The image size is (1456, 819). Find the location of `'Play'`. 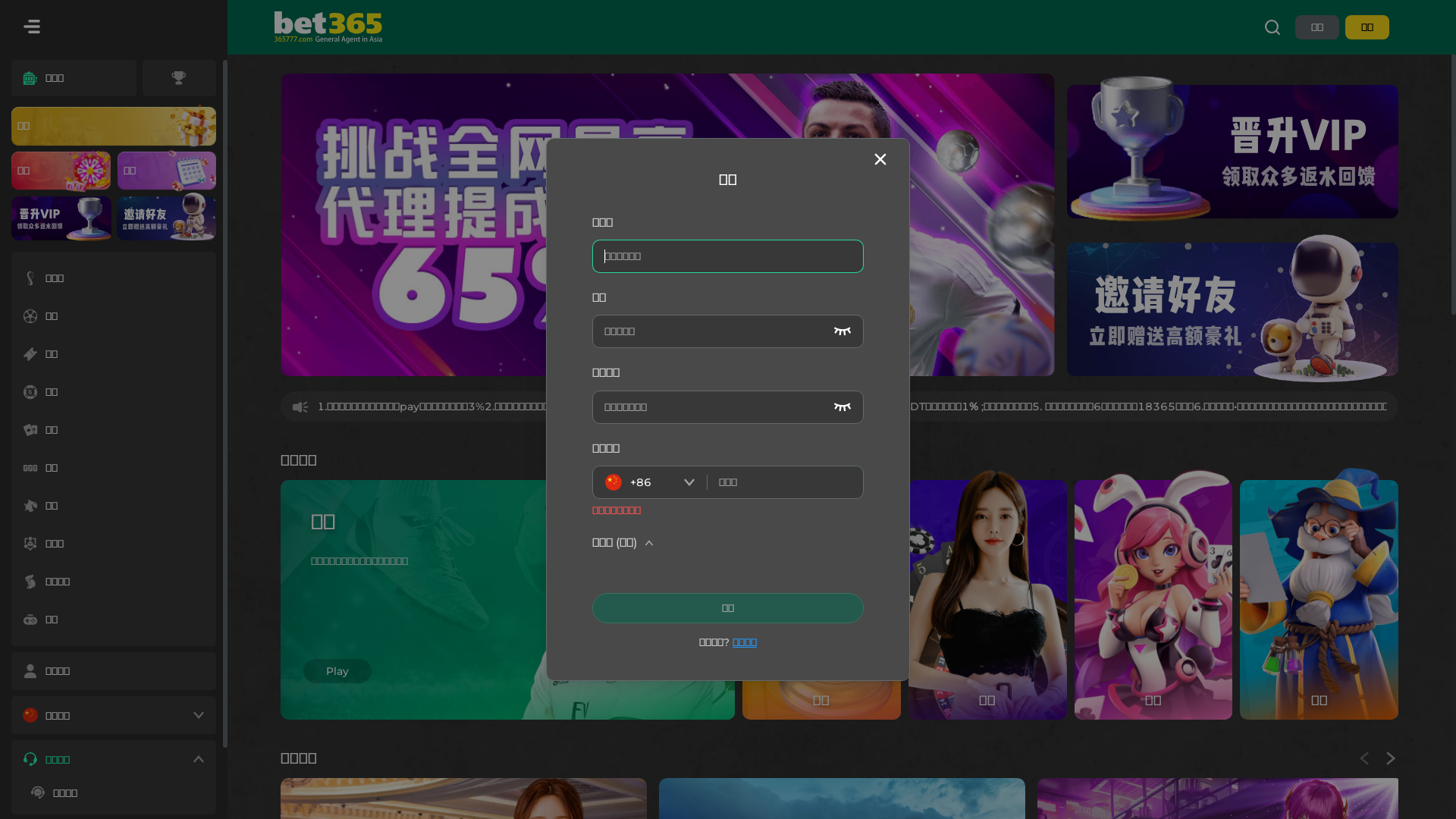

'Play' is located at coordinates (337, 670).